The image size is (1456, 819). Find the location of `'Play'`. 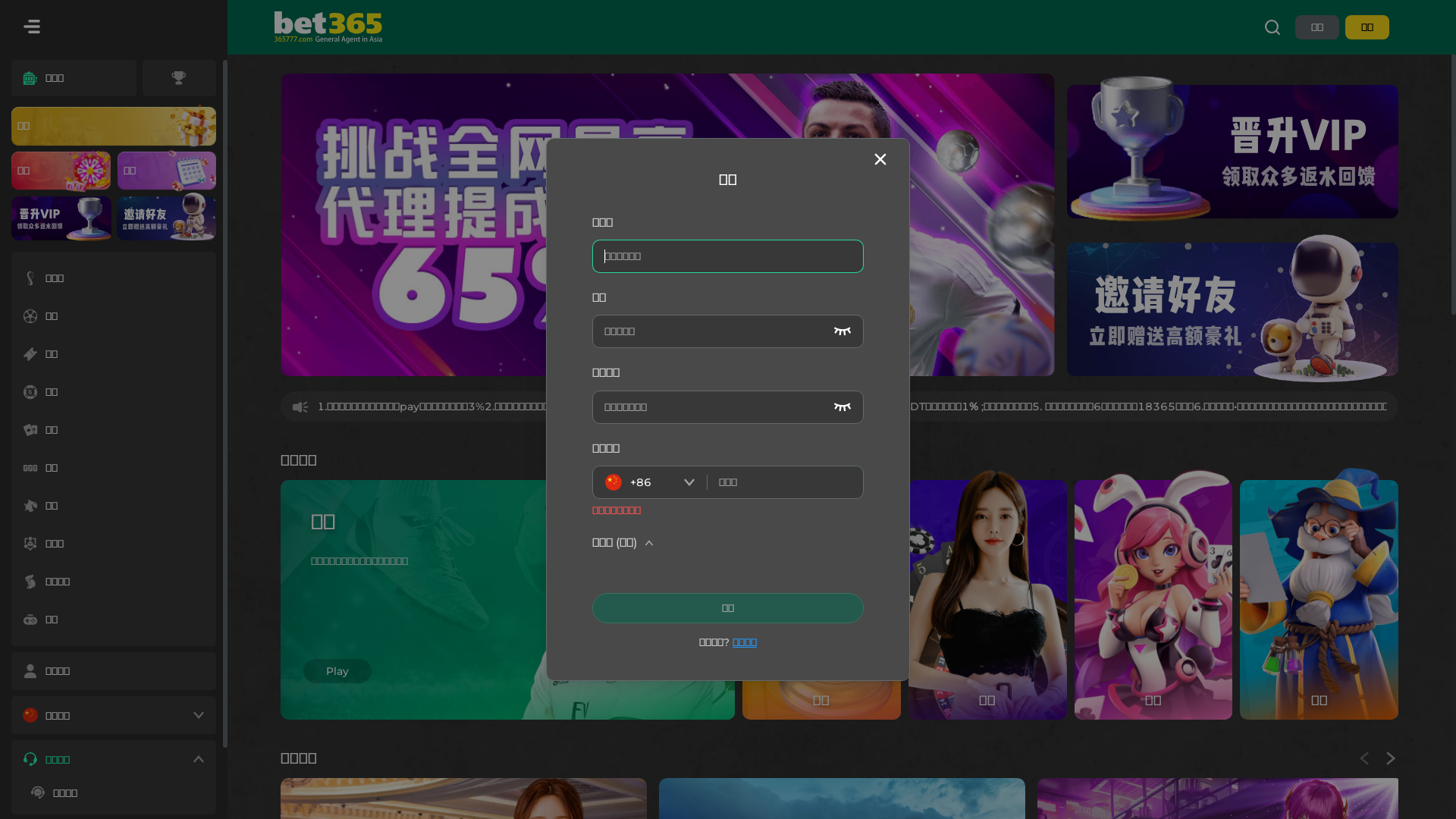

'Play' is located at coordinates (337, 670).